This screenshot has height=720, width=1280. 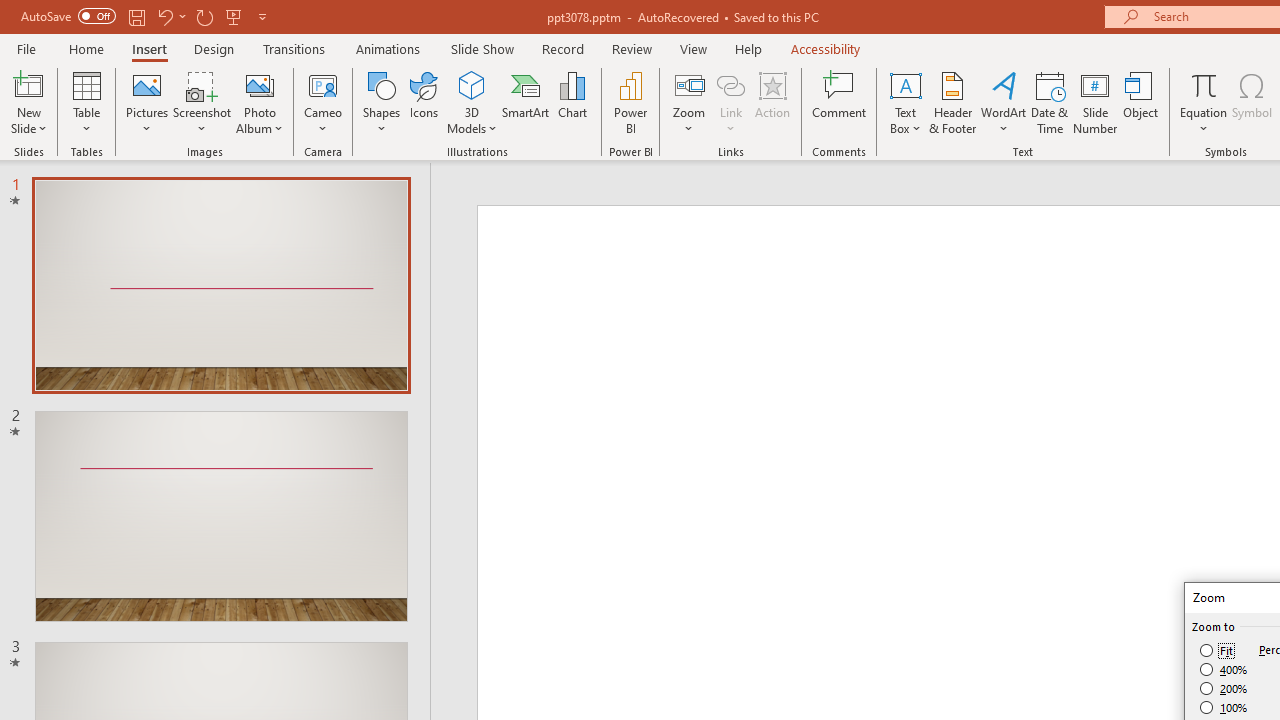 What do you see at coordinates (1141, 103) in the screenshot?
I see `'Object...'` at bounding box center [1141, 103].